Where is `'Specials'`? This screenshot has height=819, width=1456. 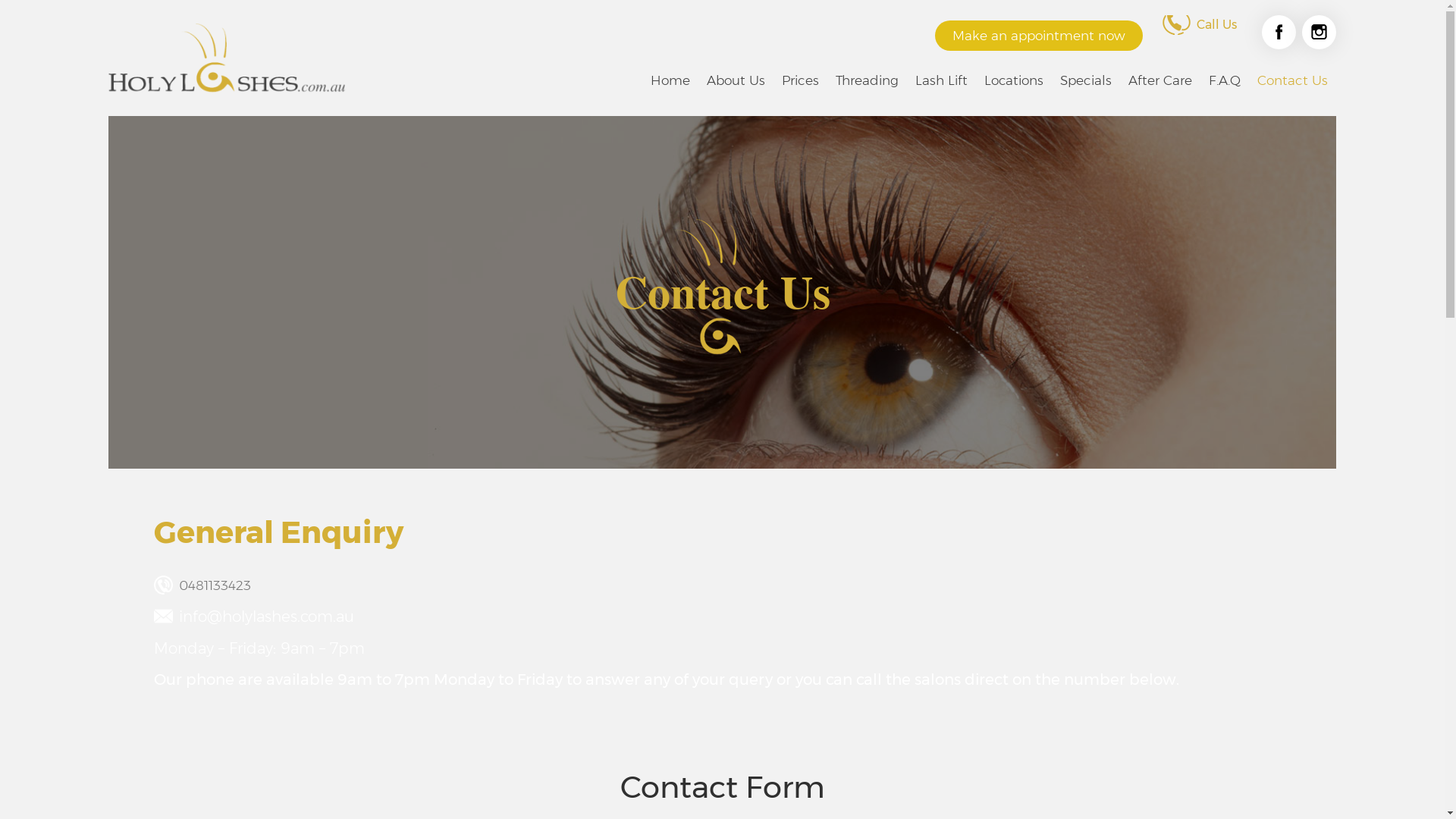
'Specials' is located at coordinates (1084, 80).